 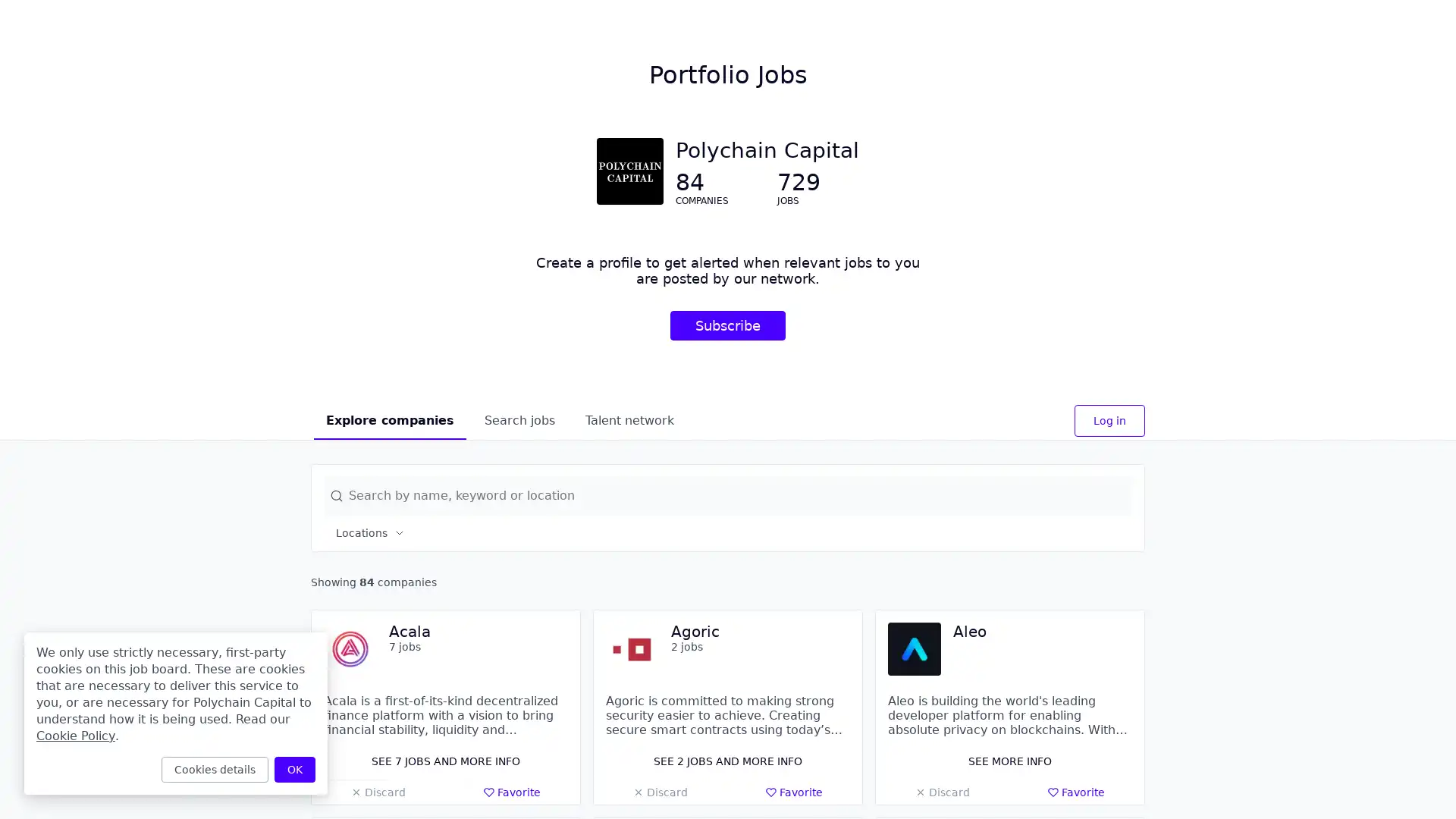 What do you see at coordinates (294, 769) in the screenshot?
I see `OK` at bounding box center [294, 769].